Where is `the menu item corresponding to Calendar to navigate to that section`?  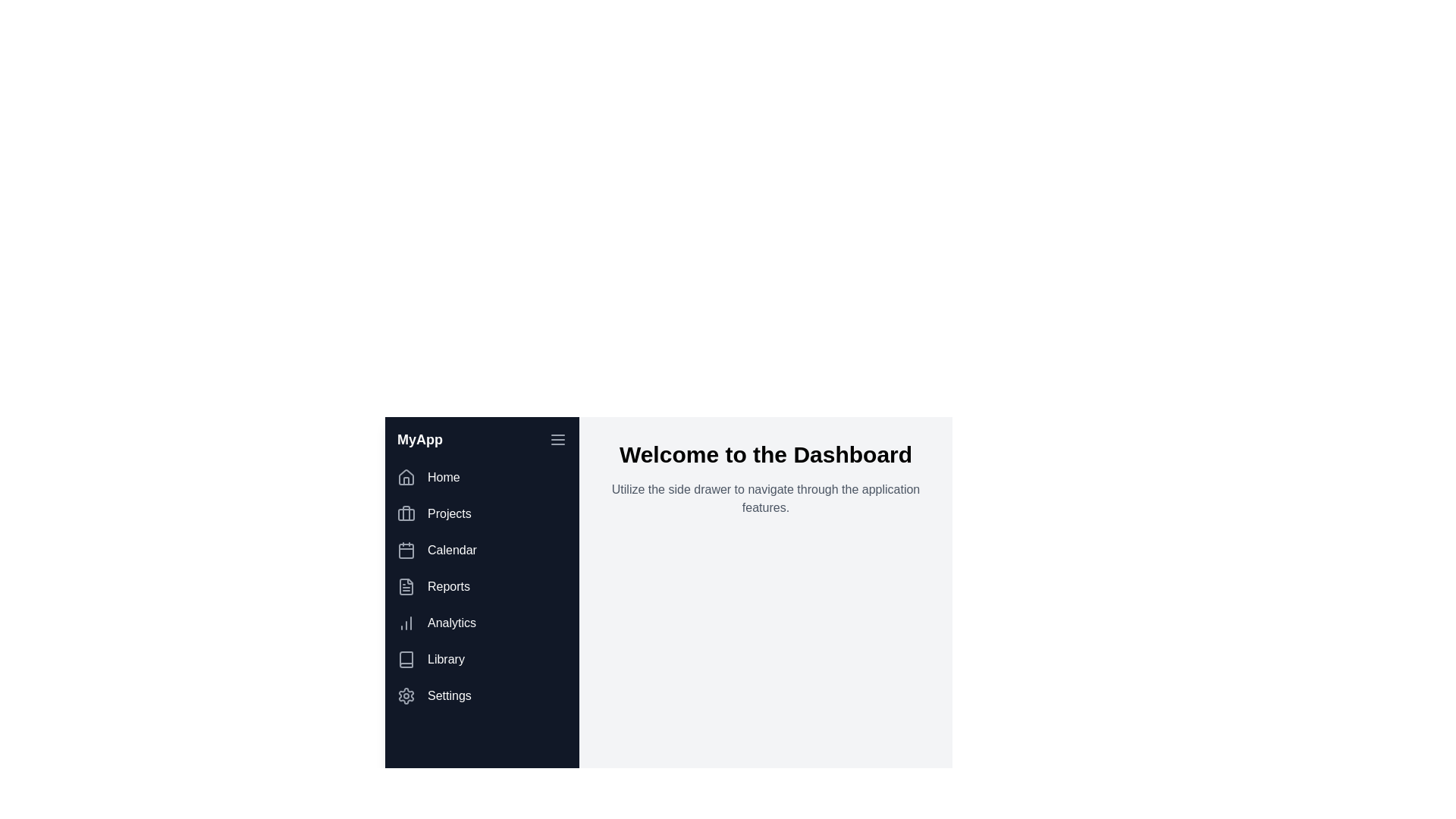 the menu item corresponding to Calendar to navigate to that section is located at coordinates (481, 550).